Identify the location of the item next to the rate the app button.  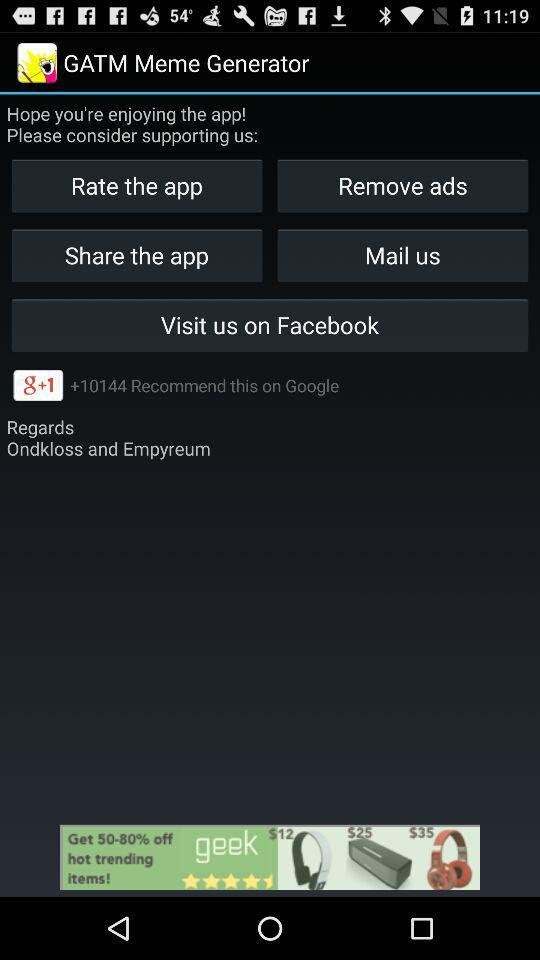
(402, 254).